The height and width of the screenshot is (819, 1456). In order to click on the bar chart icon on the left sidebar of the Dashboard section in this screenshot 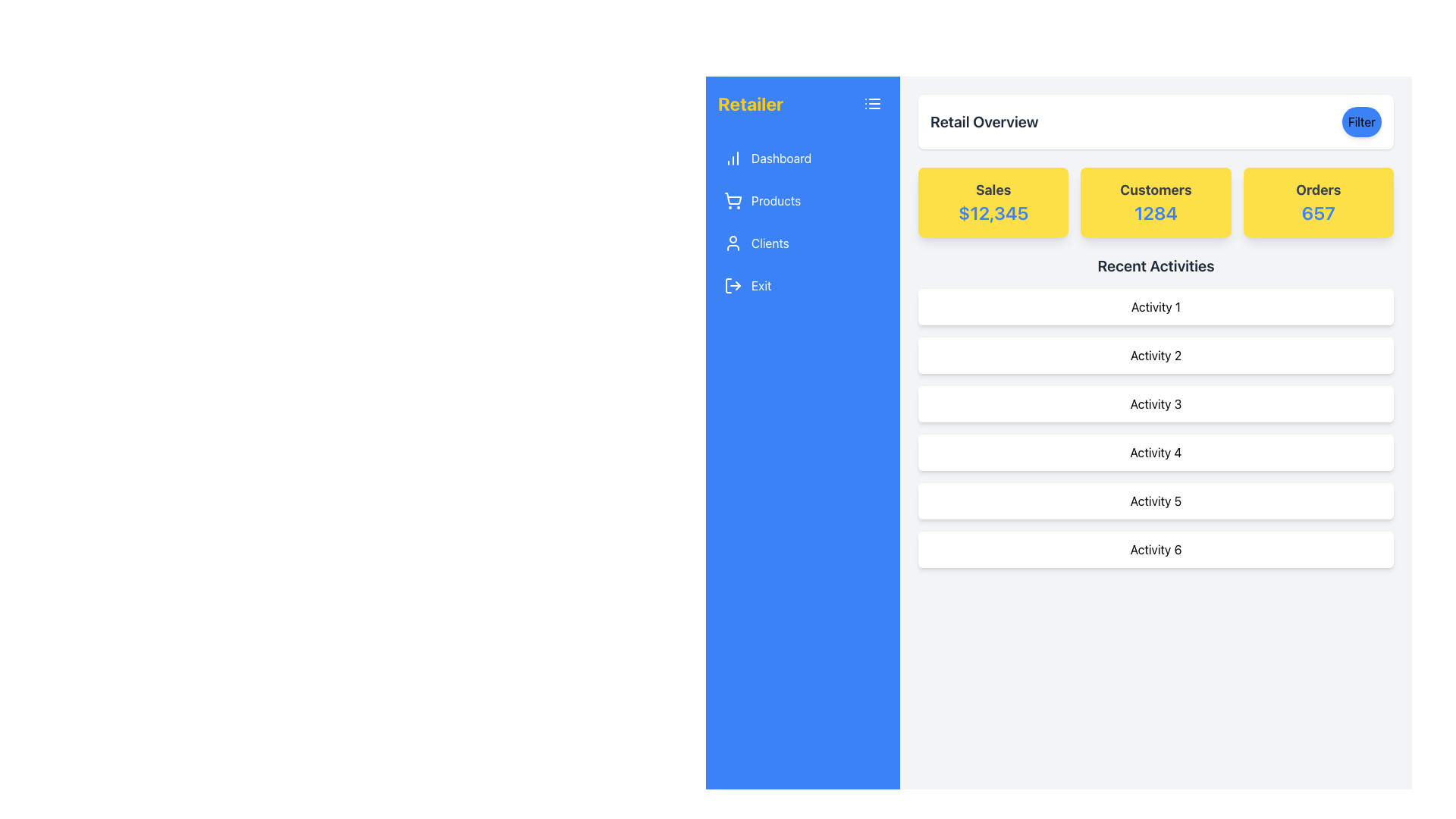, I will do `click(733, 158)`.